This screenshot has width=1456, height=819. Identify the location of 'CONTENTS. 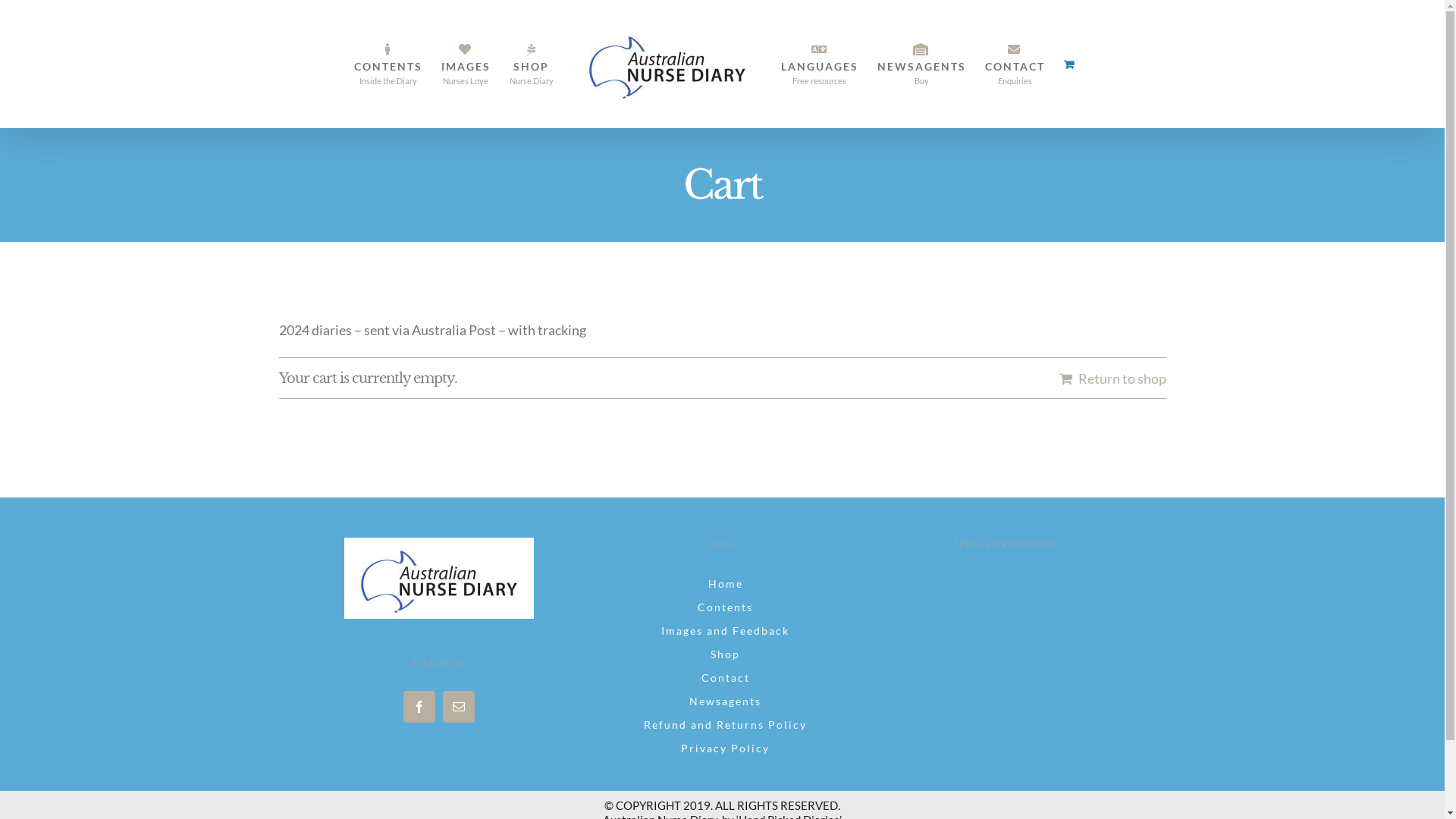
(387, 63).